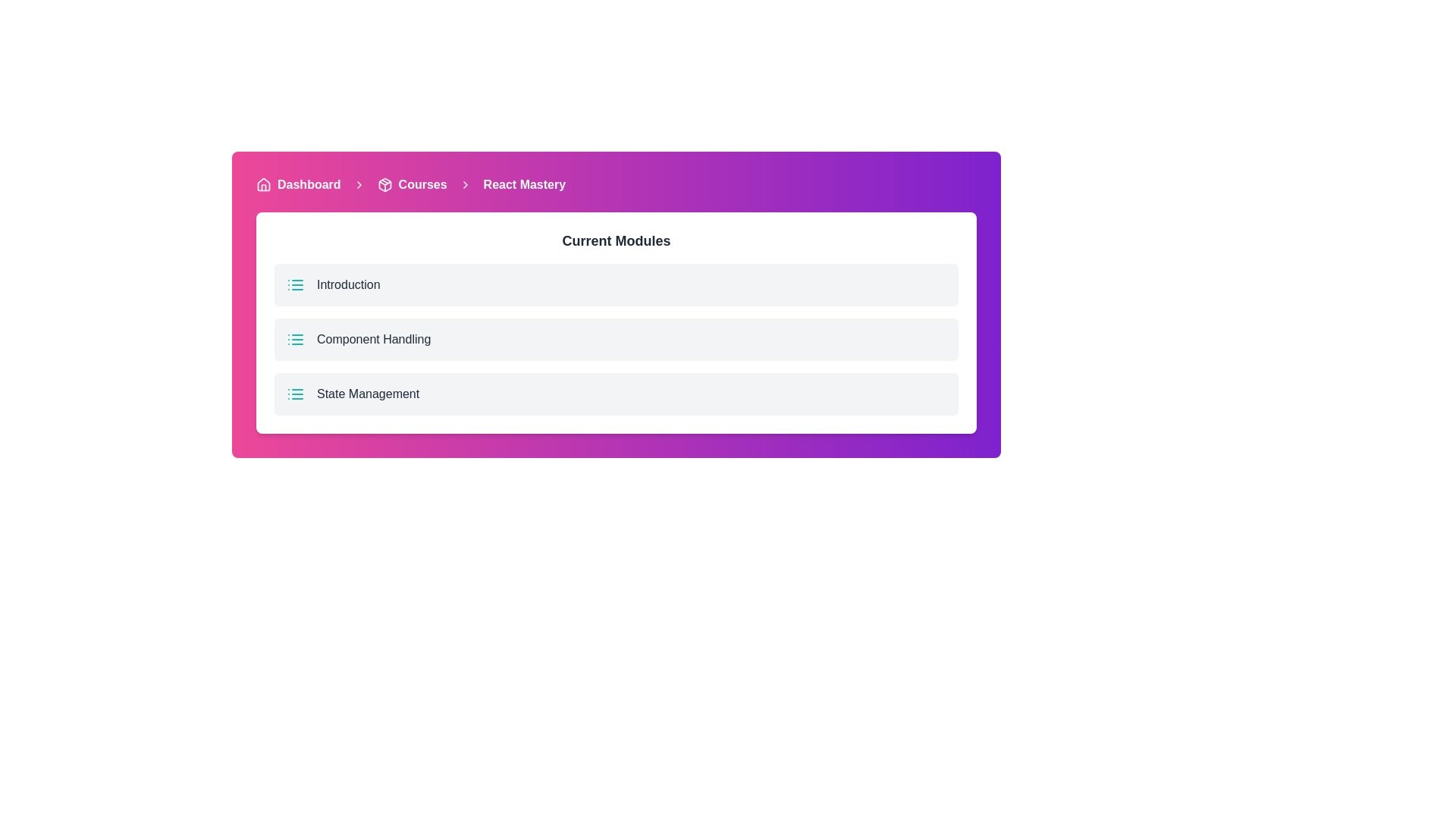 This screenshot has width=1456, height=819. I want to click on the list item labeled 'Component Handling' which has a light gray background and is the second item in the 'Current Modules' card, so click(616, 322).